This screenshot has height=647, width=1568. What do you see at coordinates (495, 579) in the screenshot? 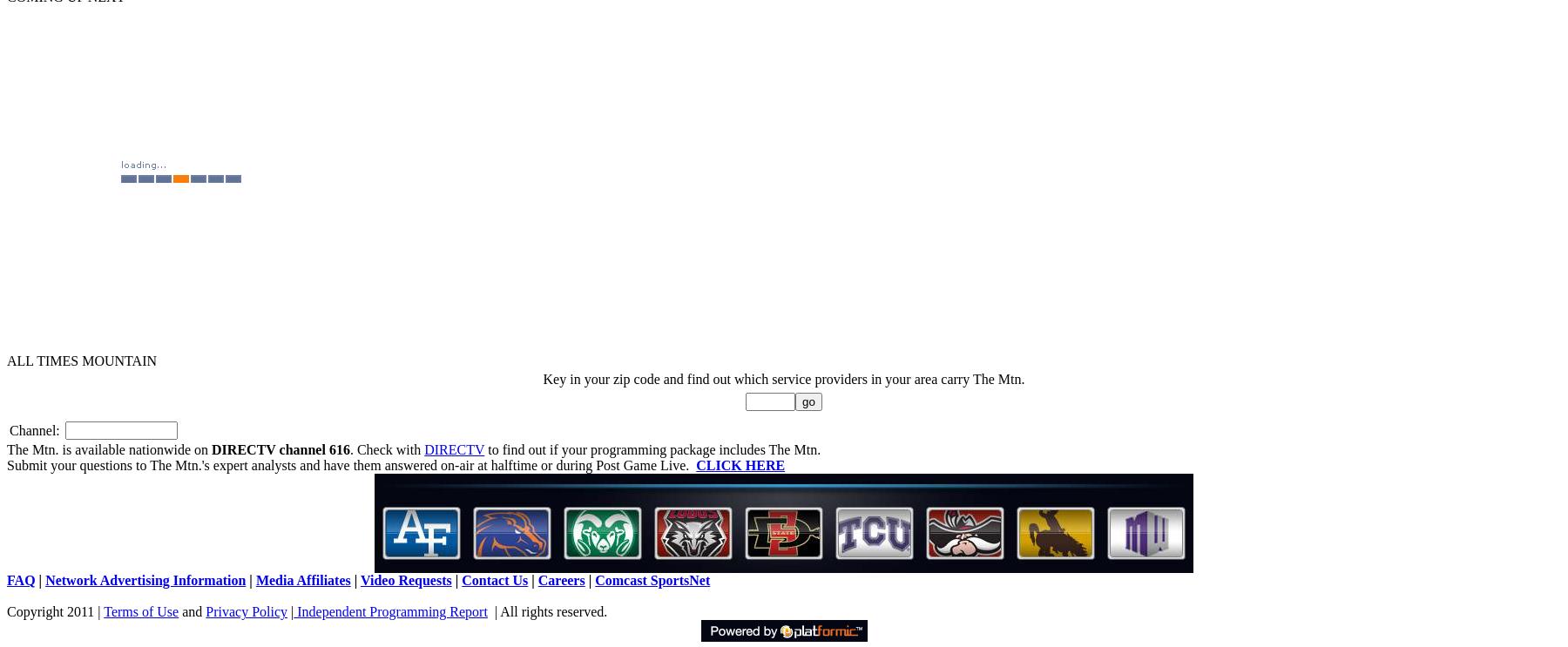
I see `'Contact Us'` at bounding box center [495, 579].